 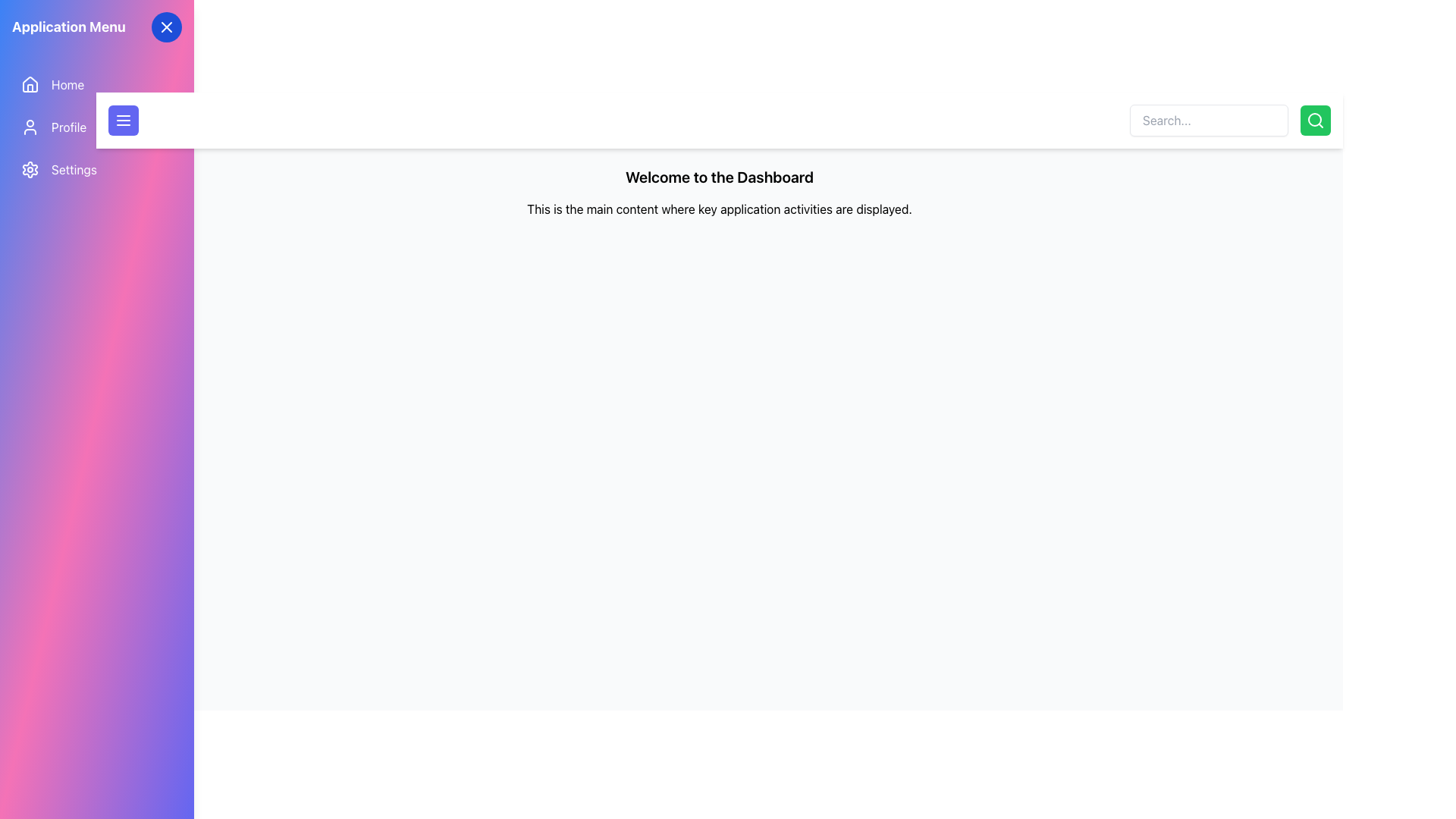 What do you see at coordinates (1314, 119) in the screenshot?
I see `the green button with rounded corners that contains a white search icon` at bounding box center [1314, 119].